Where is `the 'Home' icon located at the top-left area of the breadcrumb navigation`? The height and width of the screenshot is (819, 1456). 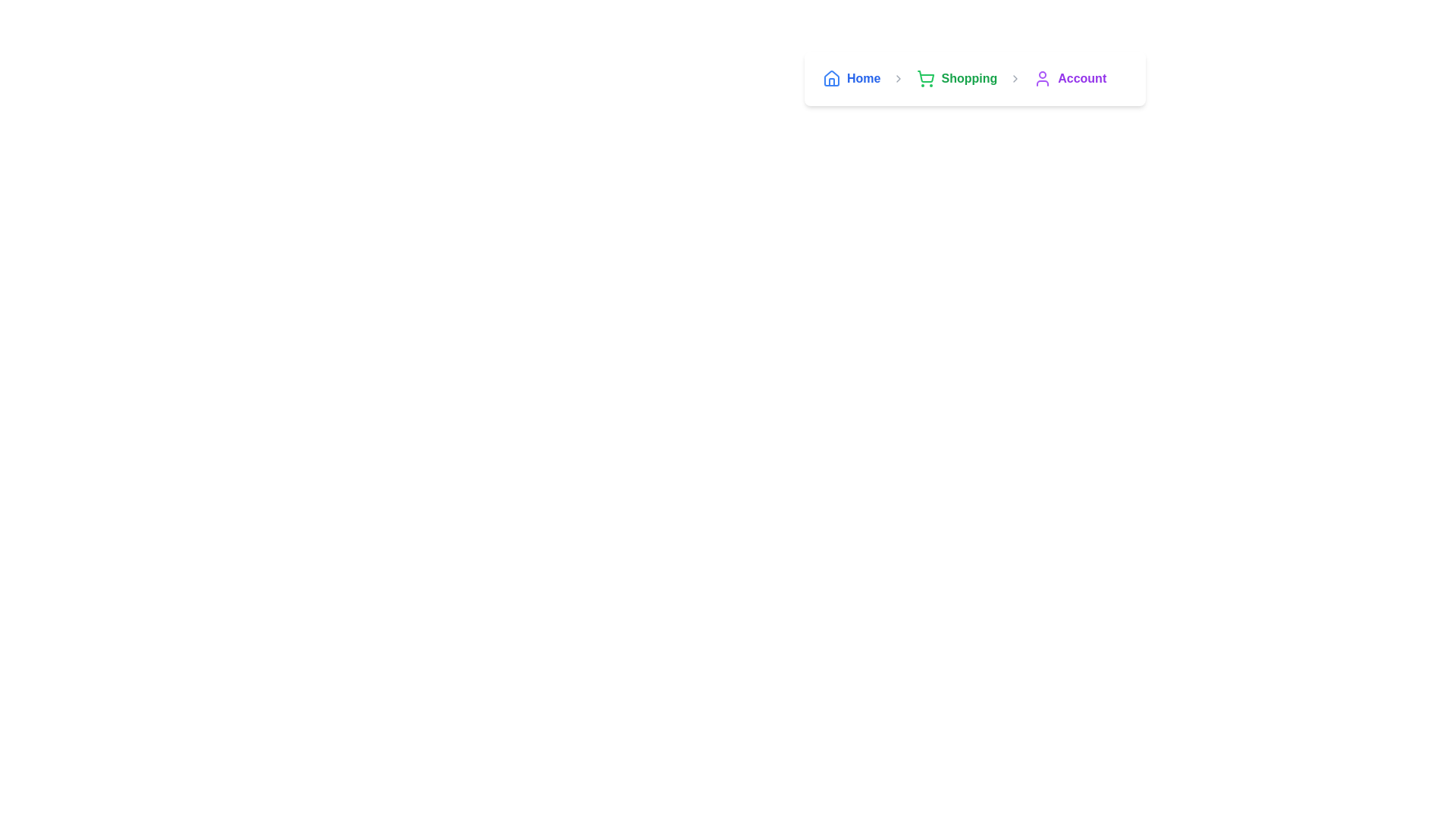 the 'Home' icon located at the top-left area of the breadcrumb navigation is located at coordinates (831, 78).